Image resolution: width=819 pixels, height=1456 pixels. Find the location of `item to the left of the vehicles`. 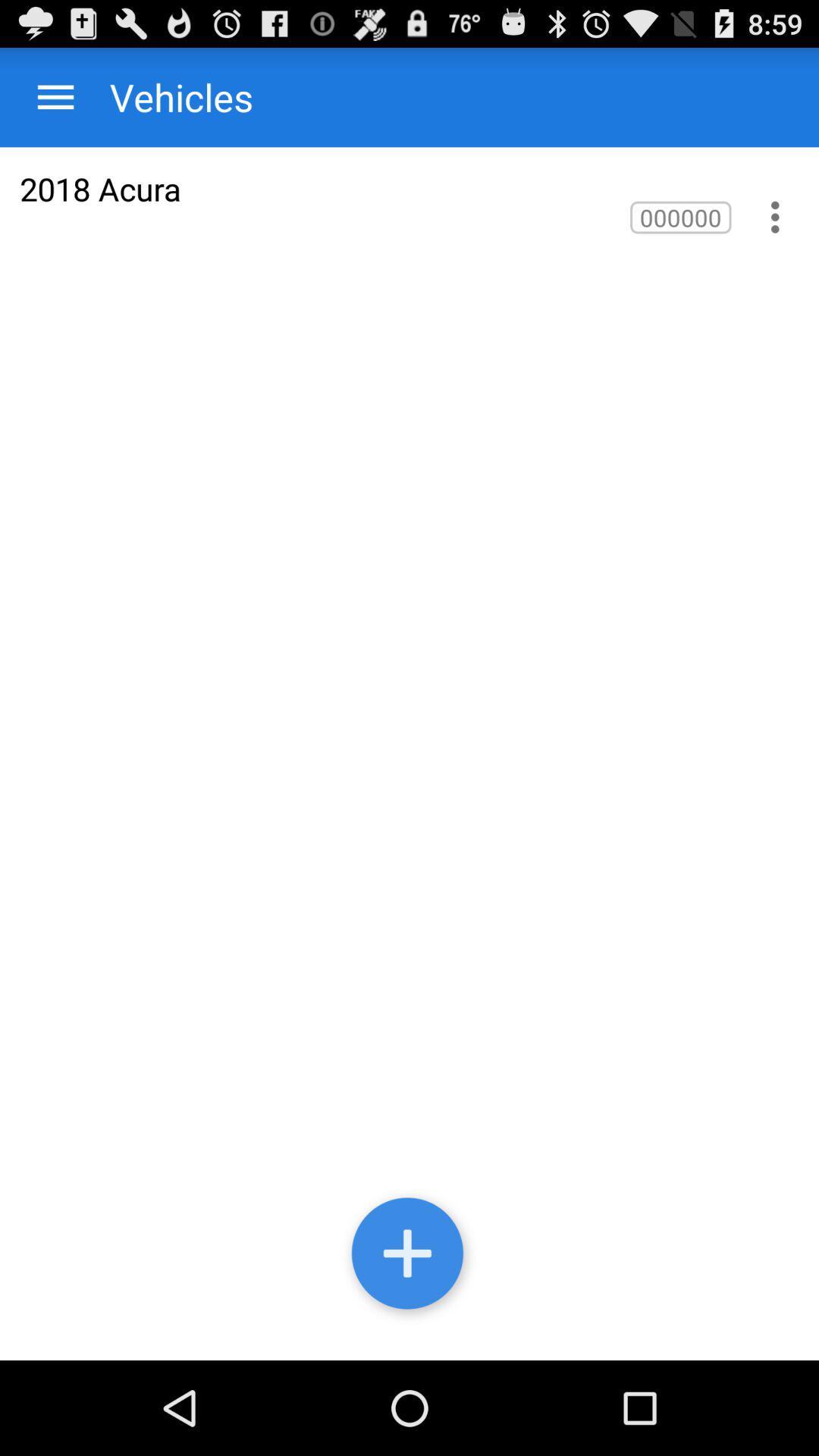

item to the left of the vehicles is located at coordinates (55, 96).